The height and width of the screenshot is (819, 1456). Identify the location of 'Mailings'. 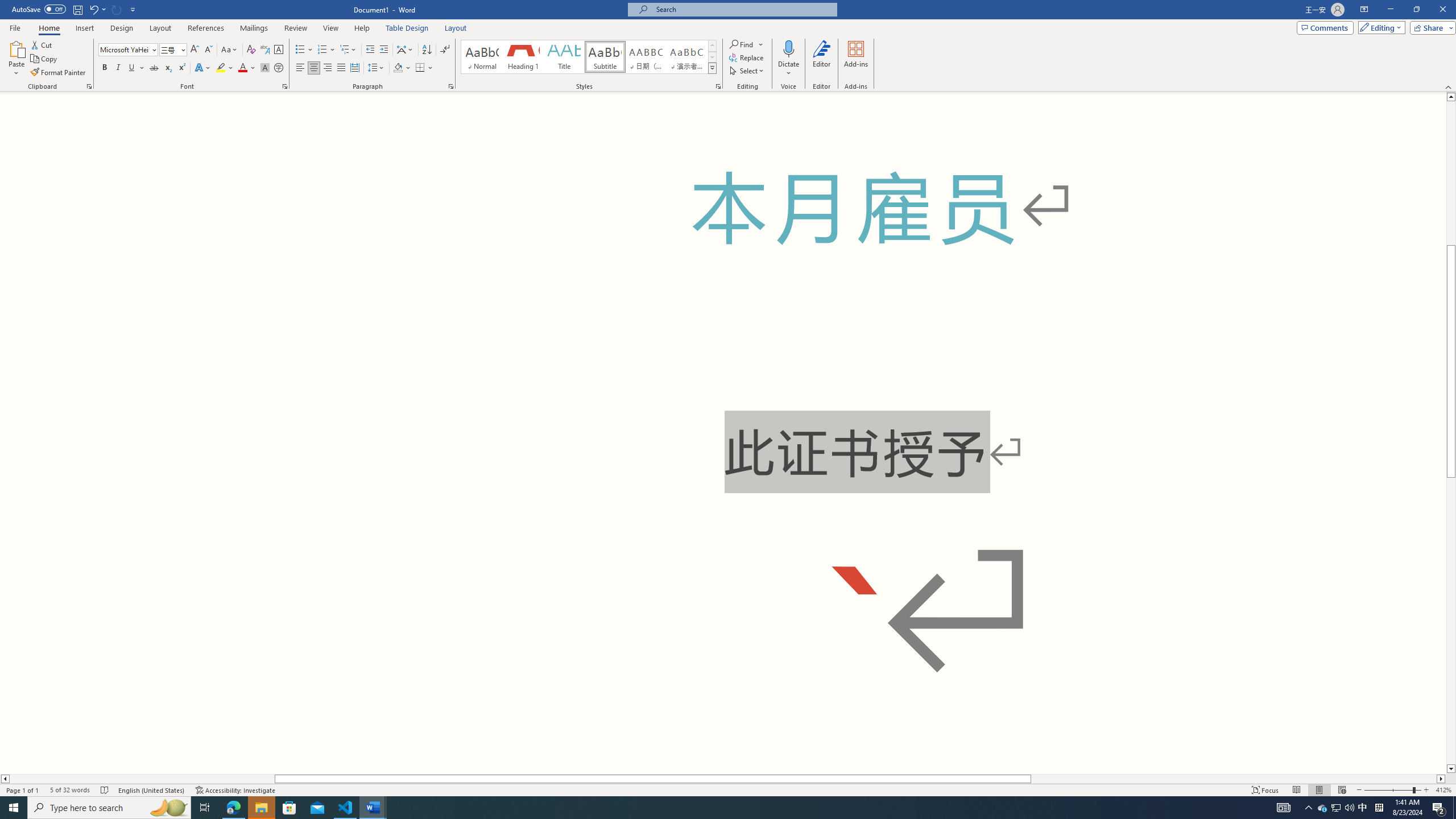
(253, 28).